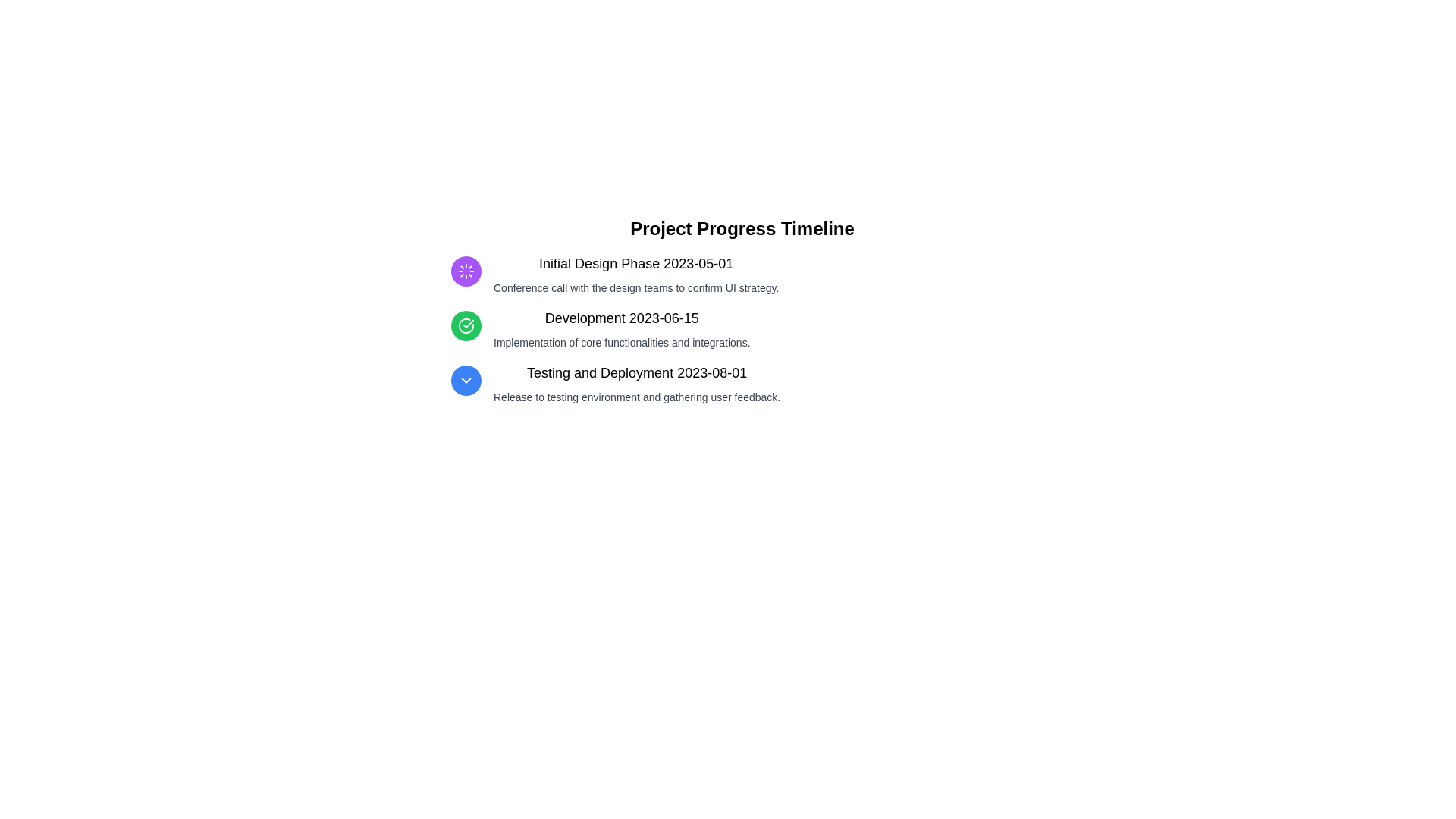  I want to click on the Icon Button located at the bottom of the stack of circular status indicators next to the 'Testing and Deployment 2023-08-01' text, so click(465, 379).